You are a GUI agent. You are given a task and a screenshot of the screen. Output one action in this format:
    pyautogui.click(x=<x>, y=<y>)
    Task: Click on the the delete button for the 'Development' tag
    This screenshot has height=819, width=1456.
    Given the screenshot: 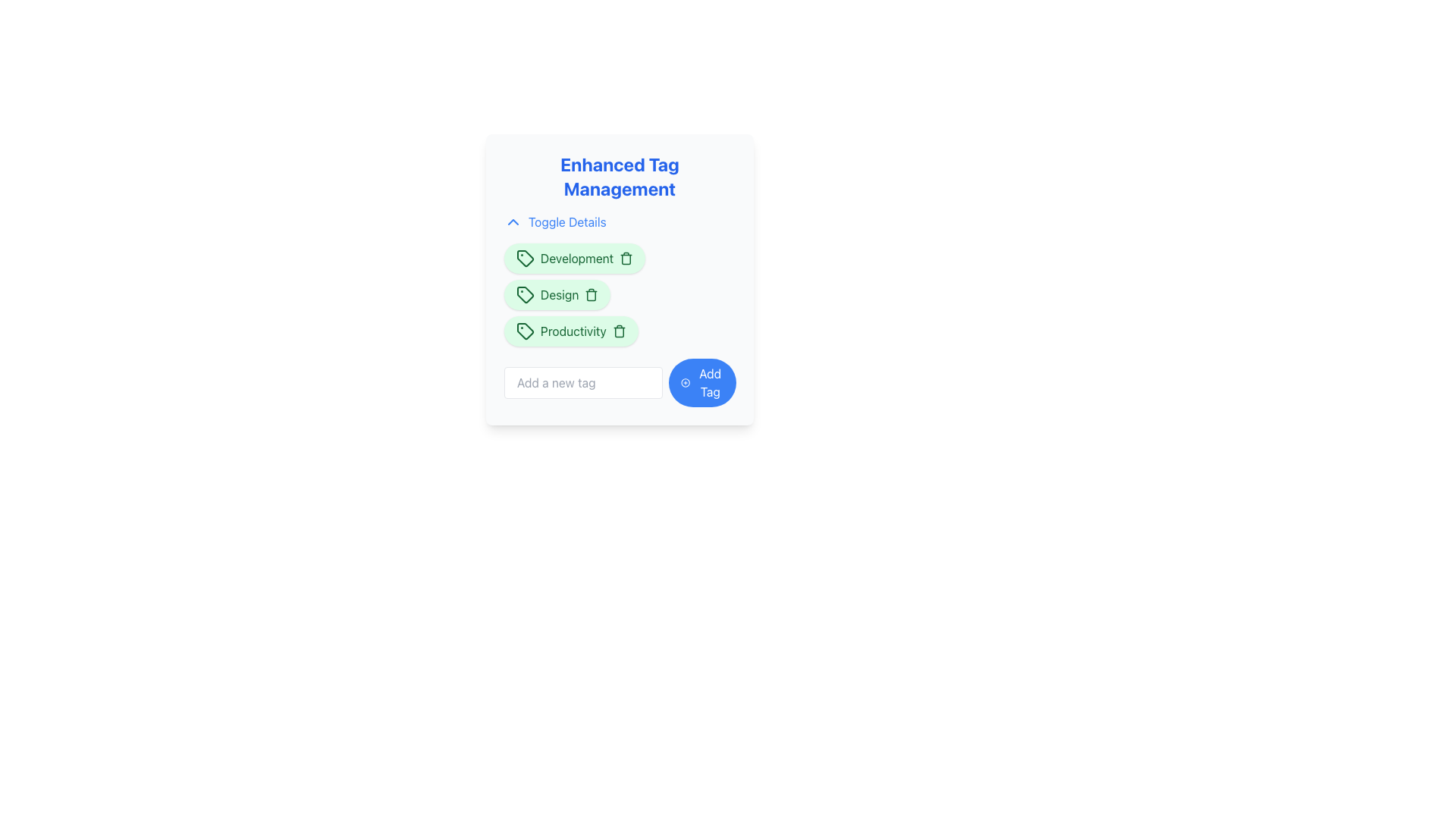 What is the action you would take?
    pyautogui.click(x=626, y=257)
    